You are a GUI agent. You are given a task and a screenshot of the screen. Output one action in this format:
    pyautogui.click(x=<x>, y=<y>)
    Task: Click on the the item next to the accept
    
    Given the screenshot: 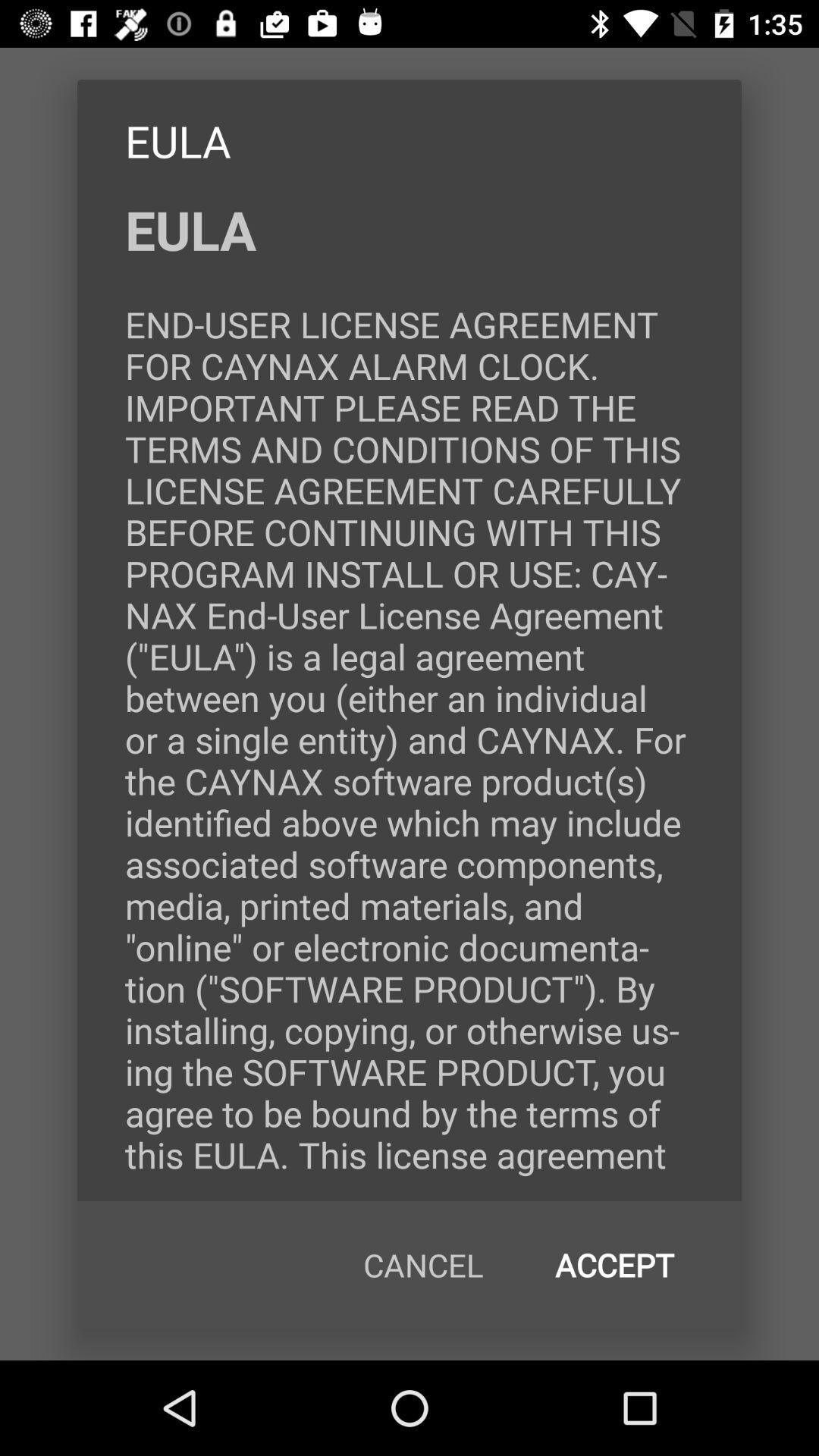 What is the action you would take?
    pyautogui.click(x=423, y=1265)
    